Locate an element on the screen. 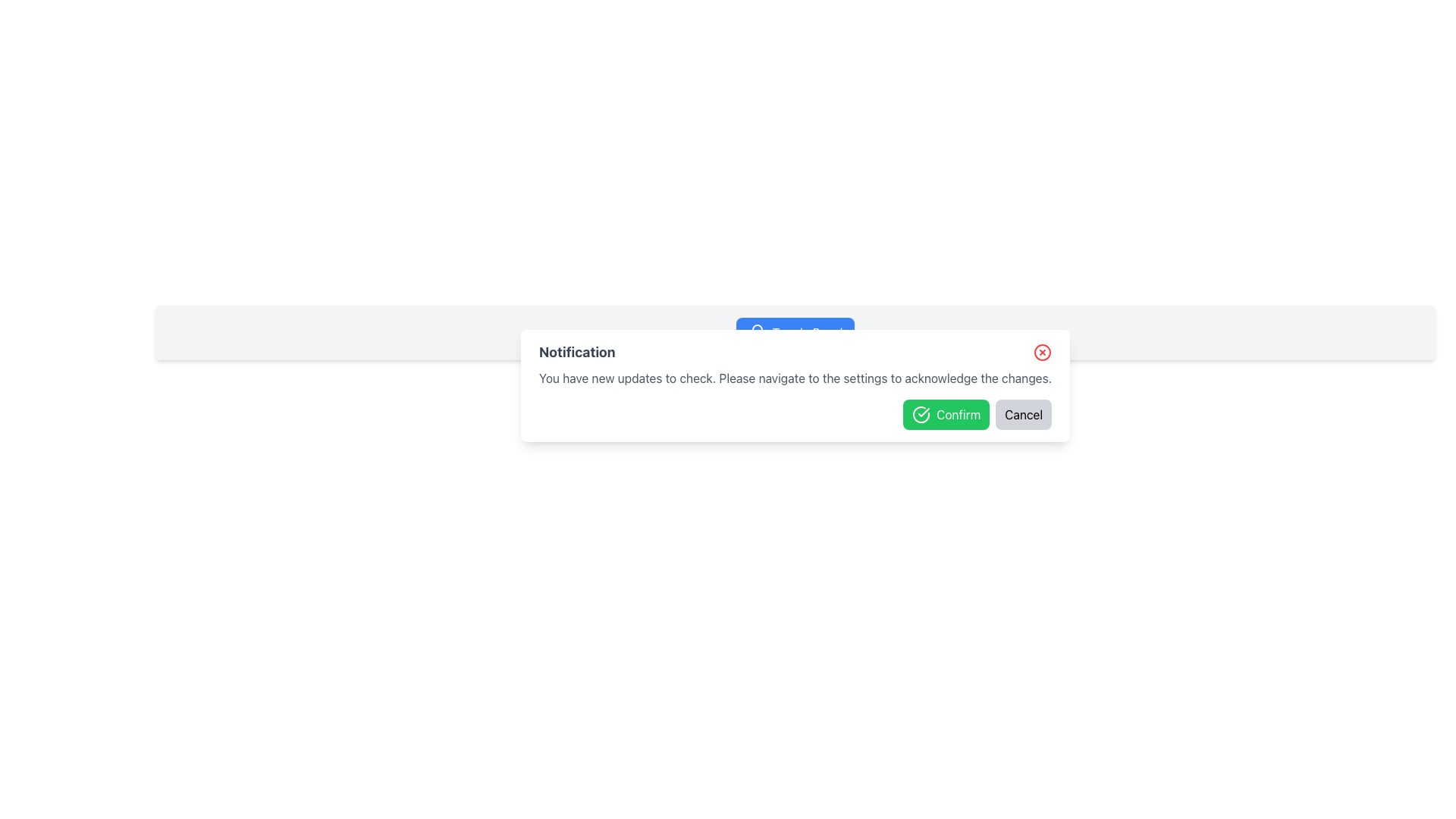  the cancel button located at the rightmost position in the notification card to change its background color is located at coordinates (1024, 415).